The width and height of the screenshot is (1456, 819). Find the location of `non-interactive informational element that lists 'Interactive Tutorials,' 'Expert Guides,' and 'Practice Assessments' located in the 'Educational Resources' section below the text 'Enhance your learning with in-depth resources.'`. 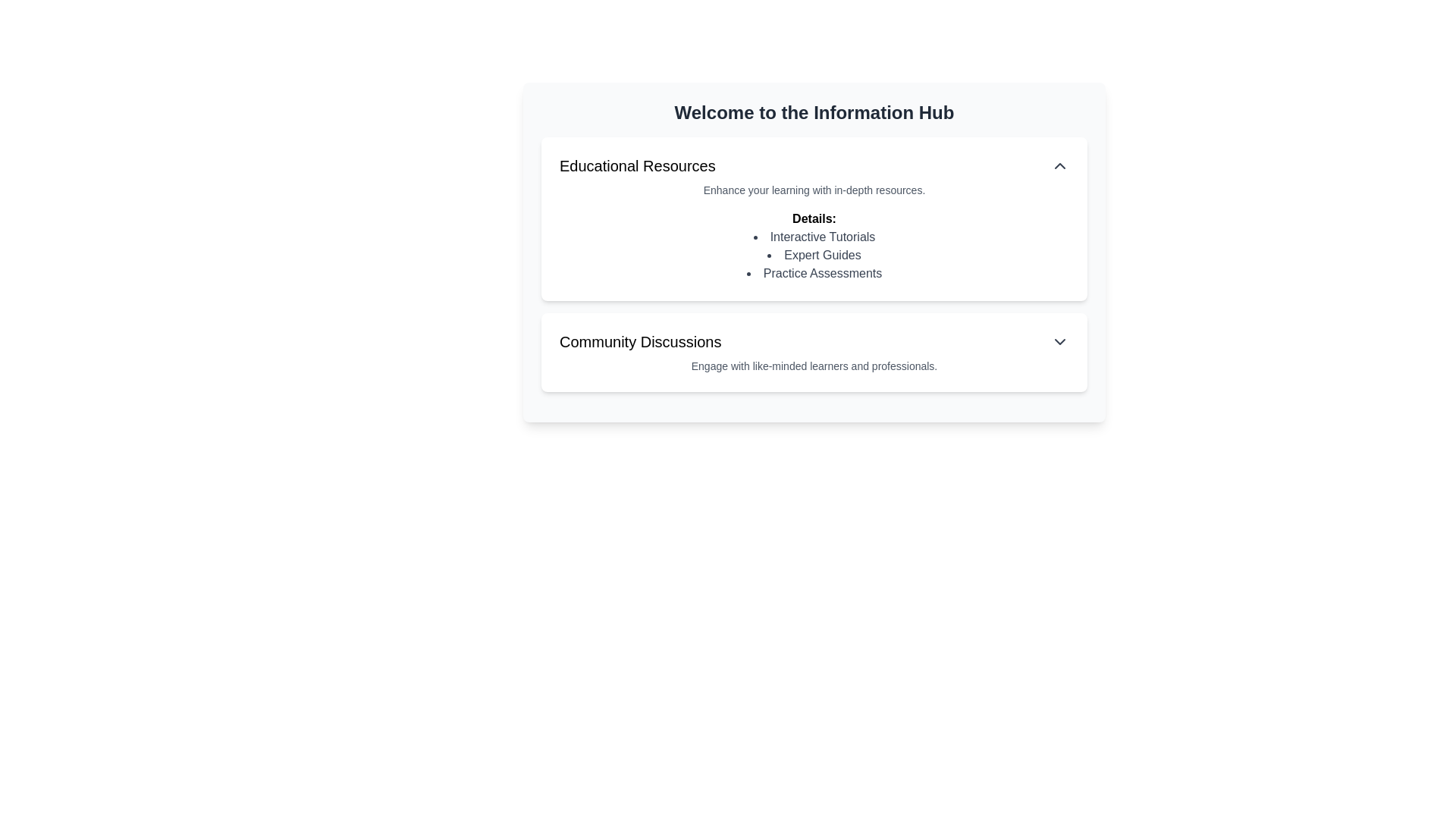

non-interactive informational element that lists 'Interactive Tutorials,' 'Expert Guides,' and 'Practice Assessments' located in the 'Educational Resources' section below the text 'Enhance your learning with in-depth resources.' is located at coordinates (814, 245).